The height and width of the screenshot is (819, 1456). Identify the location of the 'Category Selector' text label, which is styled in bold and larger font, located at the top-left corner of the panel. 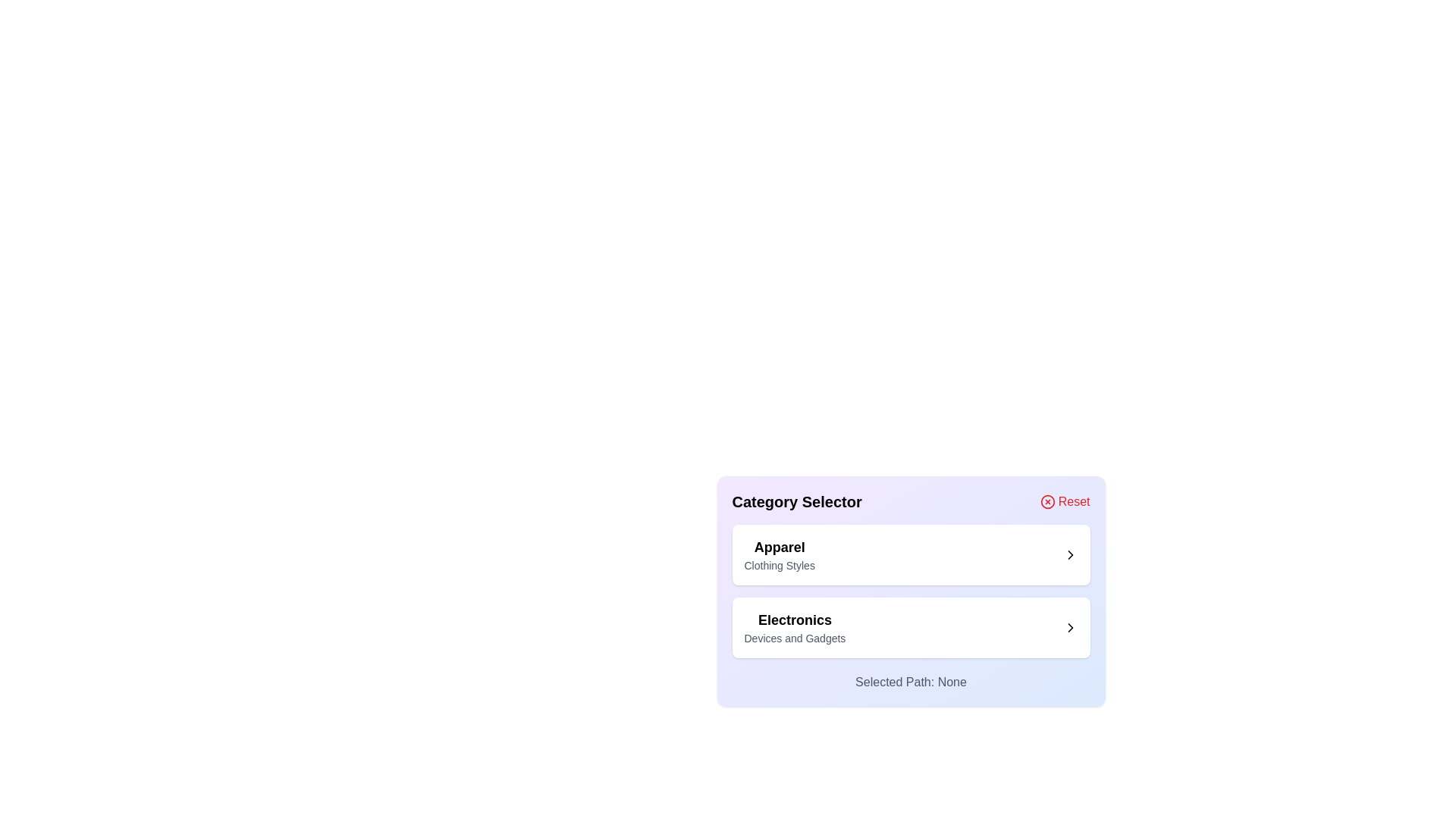
(796, 502).